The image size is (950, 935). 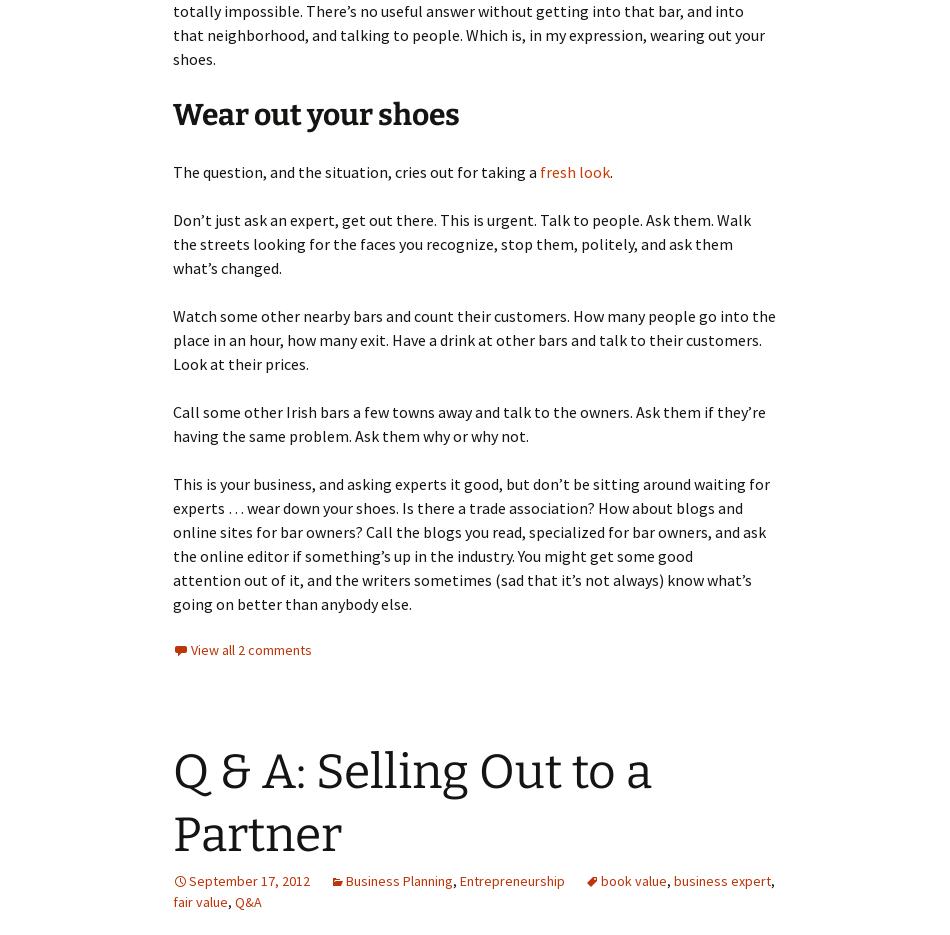 What do you see at coordinates (398, 879) in the screenshot?
I see `'Business Planning'` at bounding box center [398, 879].